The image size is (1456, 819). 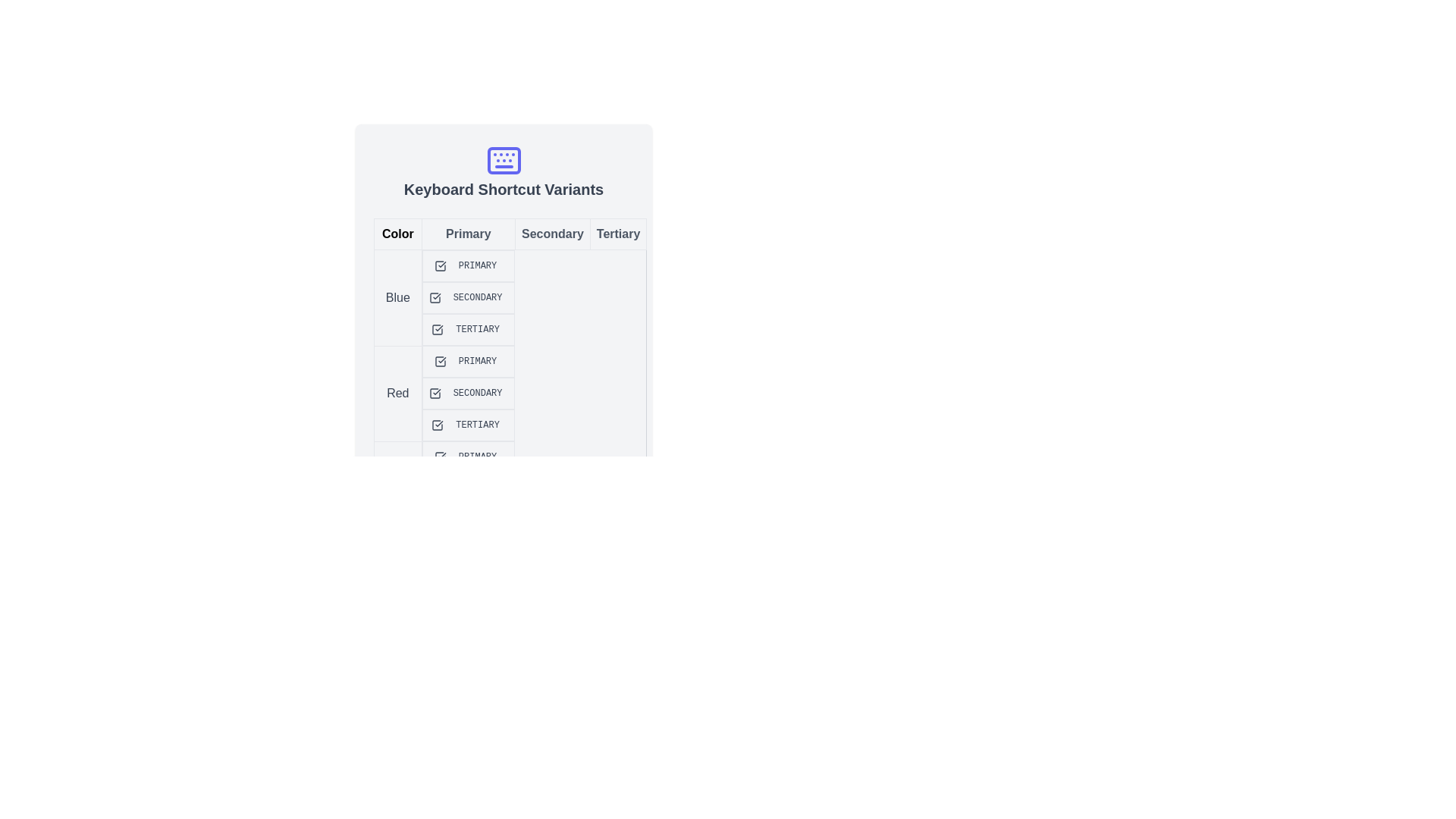 I want to click on the static button labeled 'Tertiary' with a red check icon and gray font, located in the 'Red' color group row, so click(x=468, y=425).